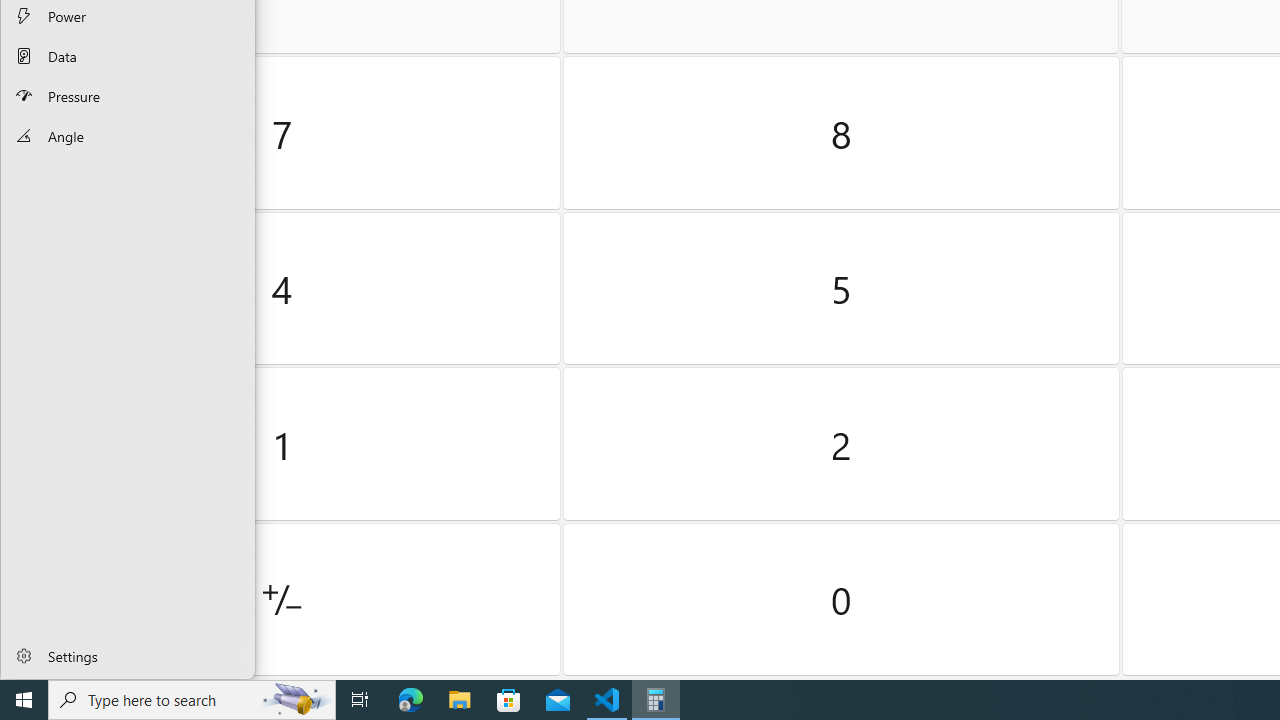 The height and width of the screenshot is (720, 1280). Describe the element at coordinates (841, 133) in the screenshot. I see `'Eight'` at that location.